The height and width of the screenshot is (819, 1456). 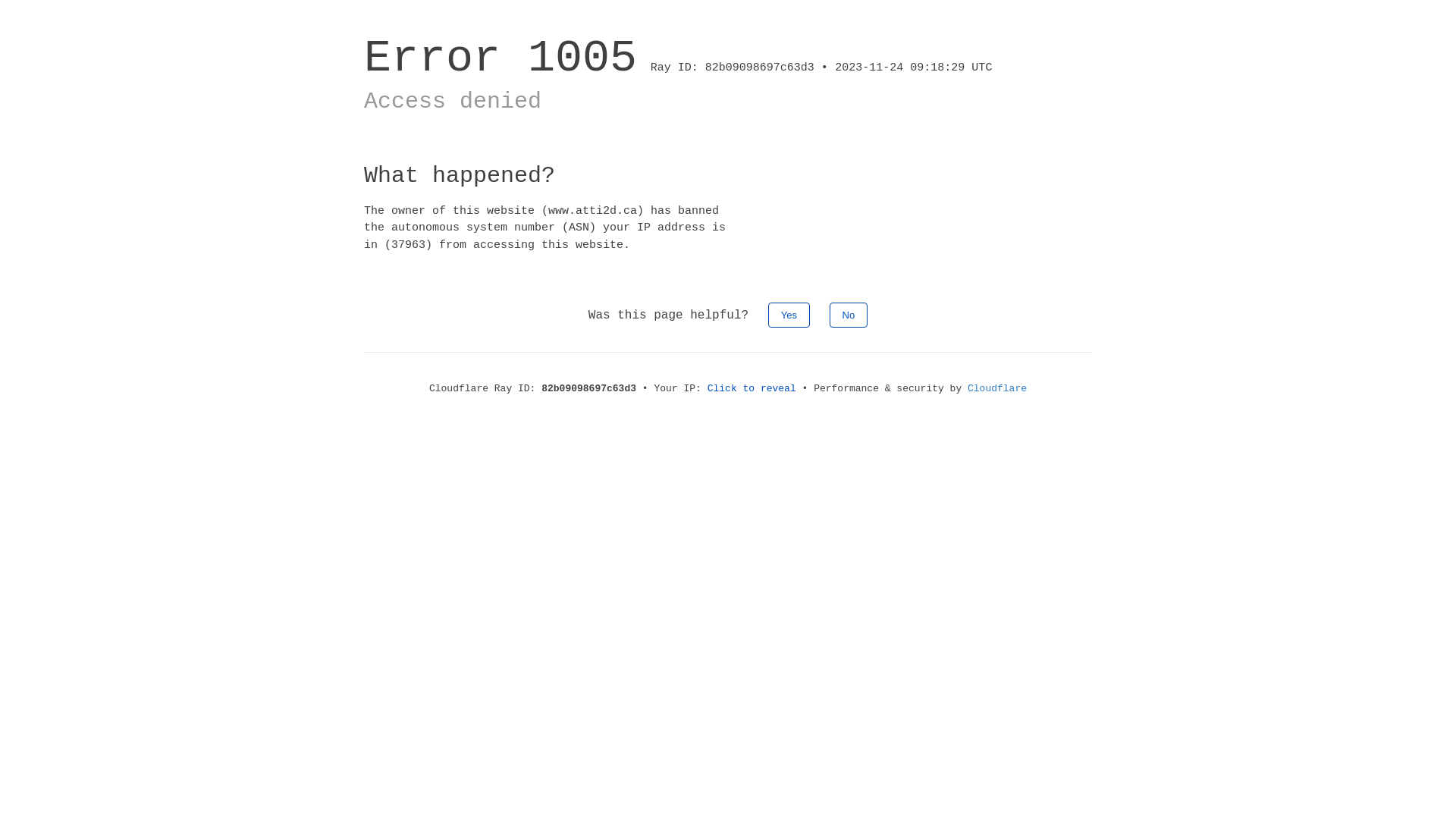 What do you see at coordinates (789, 314) in the screenshot?
I see `'Yes'` at bounding box center [789, 314].